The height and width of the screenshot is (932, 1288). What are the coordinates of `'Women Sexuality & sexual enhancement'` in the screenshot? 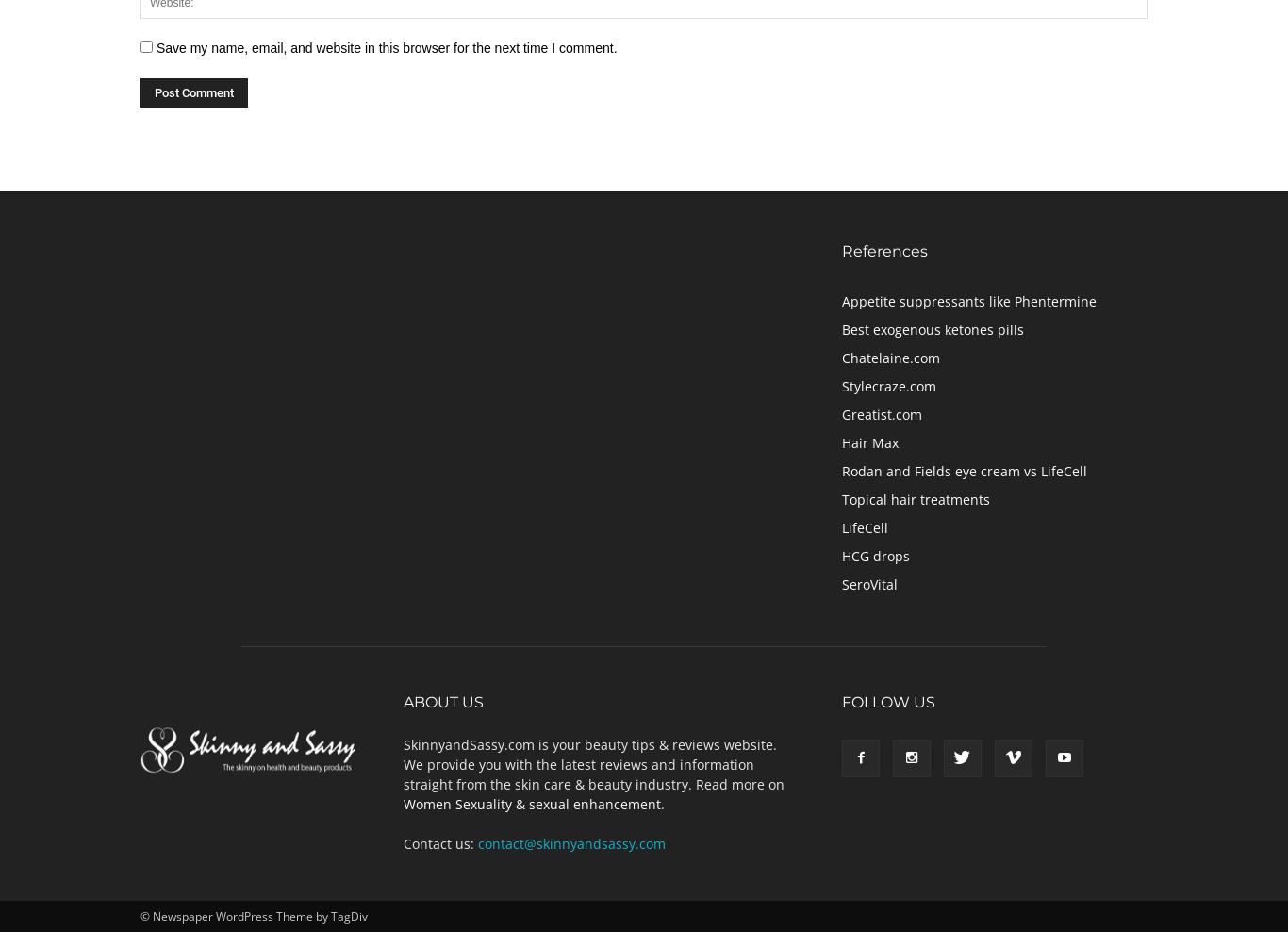 It's located at (402, 803).